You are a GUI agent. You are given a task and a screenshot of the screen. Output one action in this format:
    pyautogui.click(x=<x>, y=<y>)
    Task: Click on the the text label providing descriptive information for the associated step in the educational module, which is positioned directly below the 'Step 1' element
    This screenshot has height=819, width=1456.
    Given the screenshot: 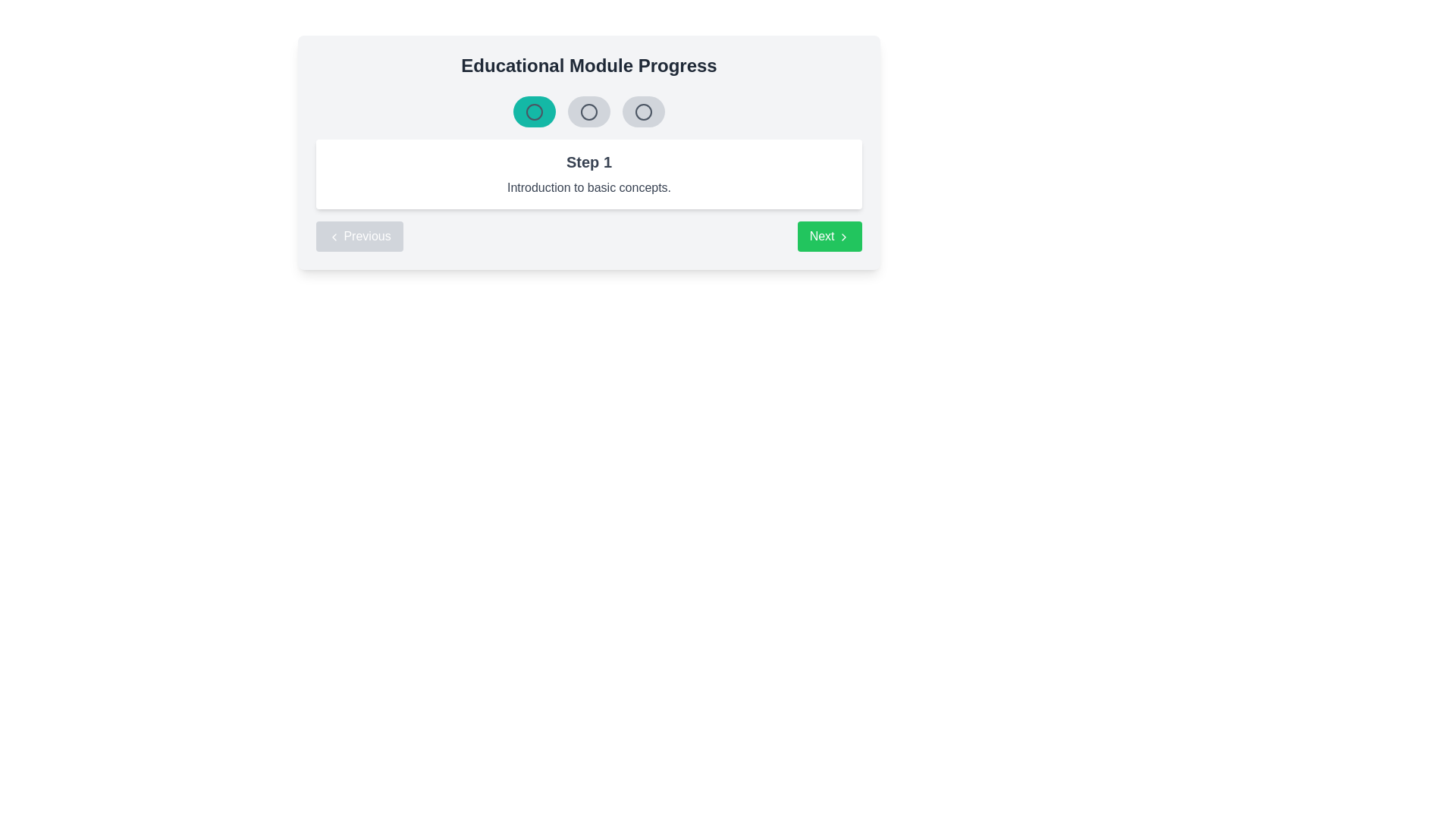 What is the action you would take?
    pyautogui.click(x=588, y=186)
    